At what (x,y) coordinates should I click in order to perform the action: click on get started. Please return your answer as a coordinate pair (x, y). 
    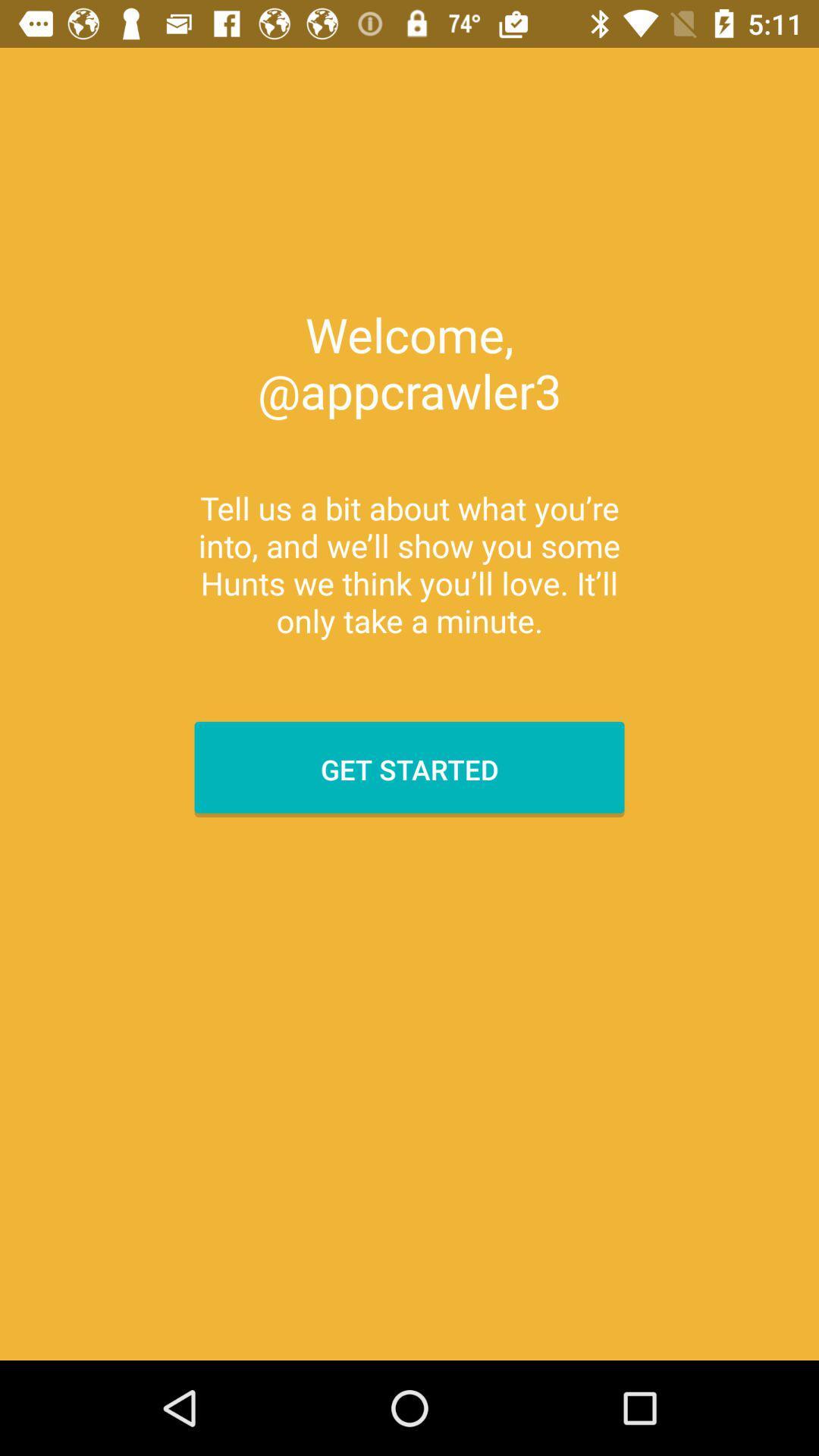
    Looking at the image, I should click on (409, 769).